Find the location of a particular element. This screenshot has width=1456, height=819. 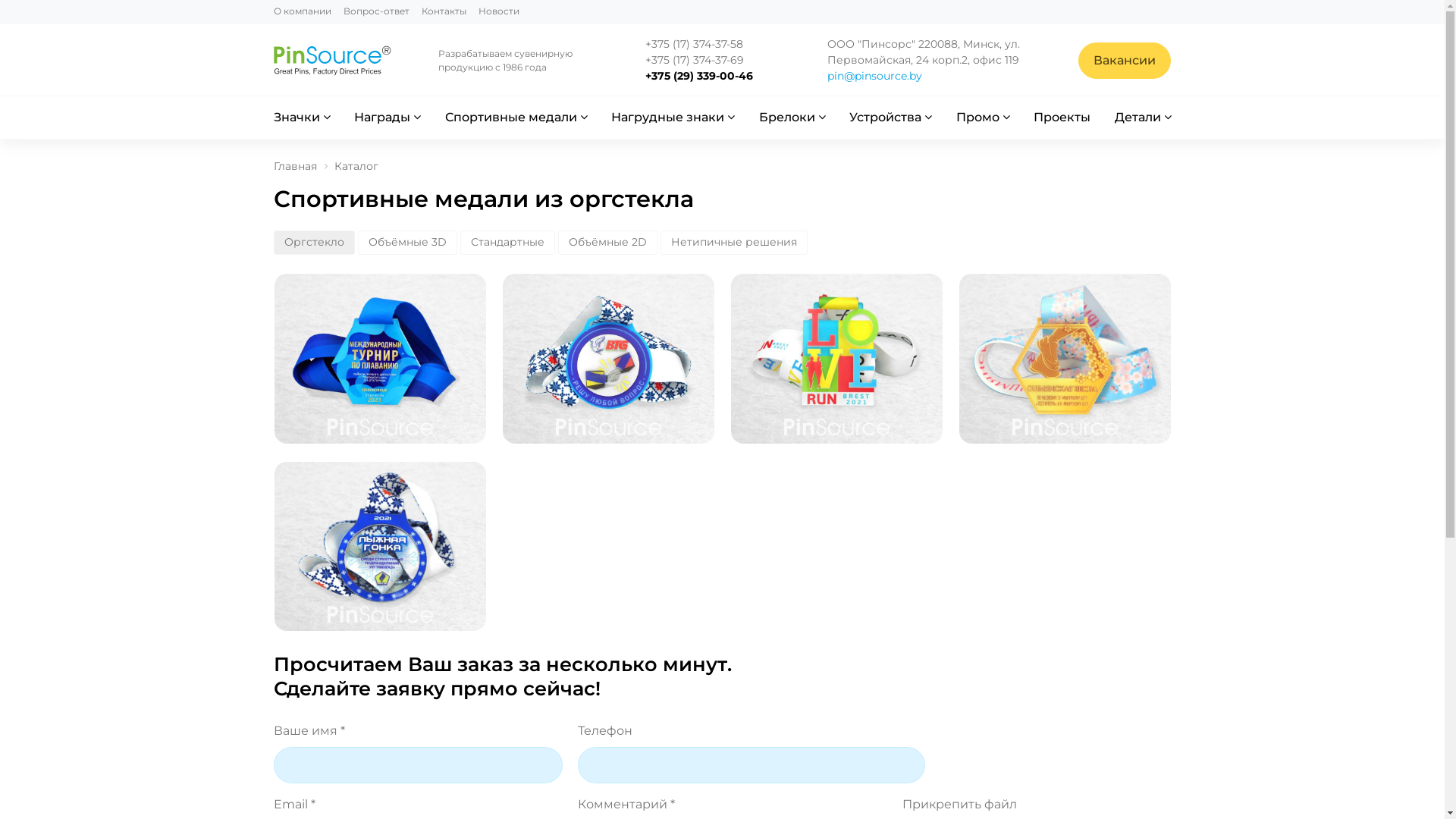

'pin@pinsource.by' is located at coordinates (874, 76).